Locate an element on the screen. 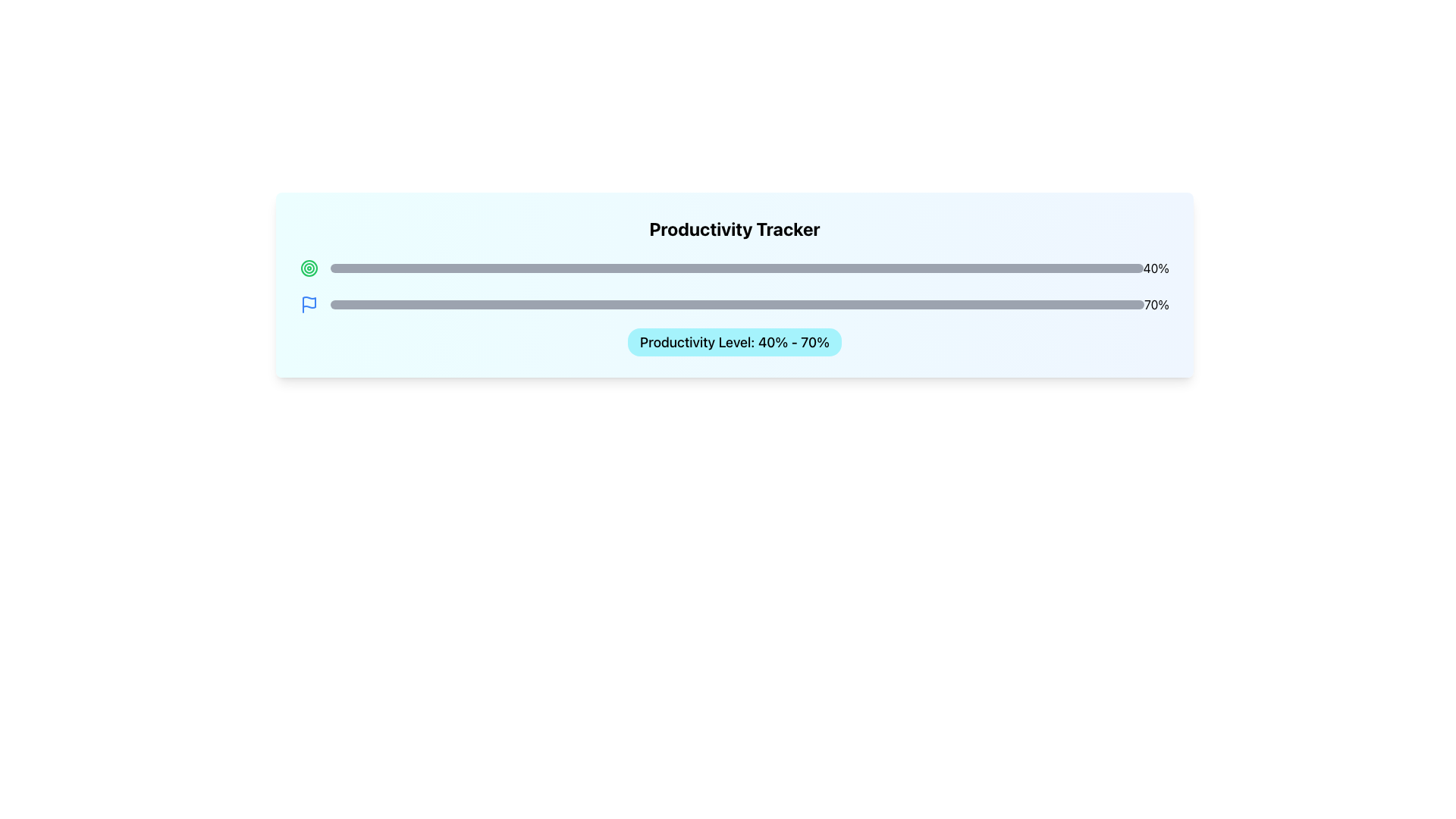 This screenshot has width=1456, height=819. the second concentric circle of the bullseye target icon located to the left of the top productivity bar is located at coordinates (309, 268).